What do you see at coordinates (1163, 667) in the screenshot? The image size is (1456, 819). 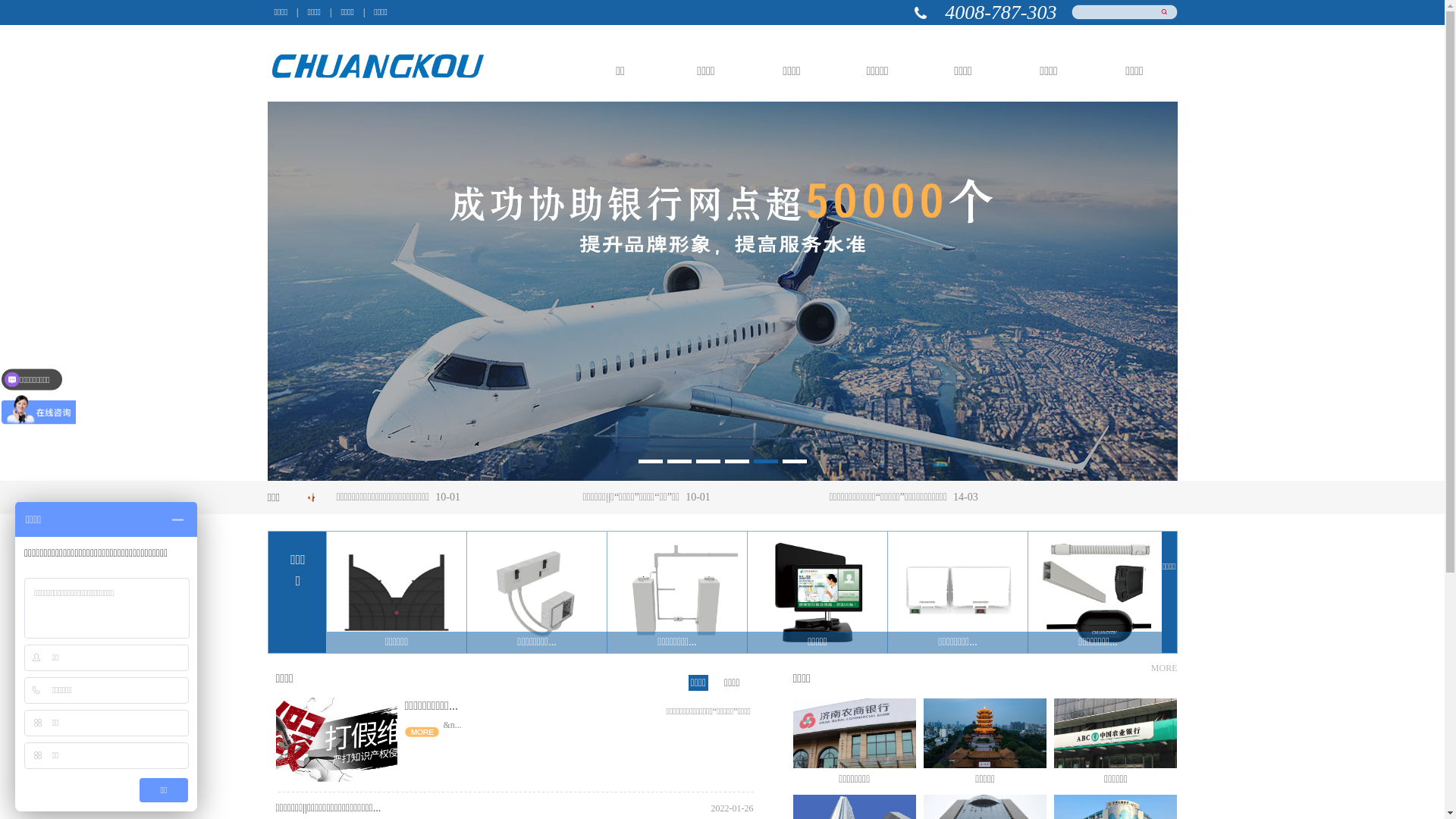 I see `'MORE'` at bounding box center [1163, 667].